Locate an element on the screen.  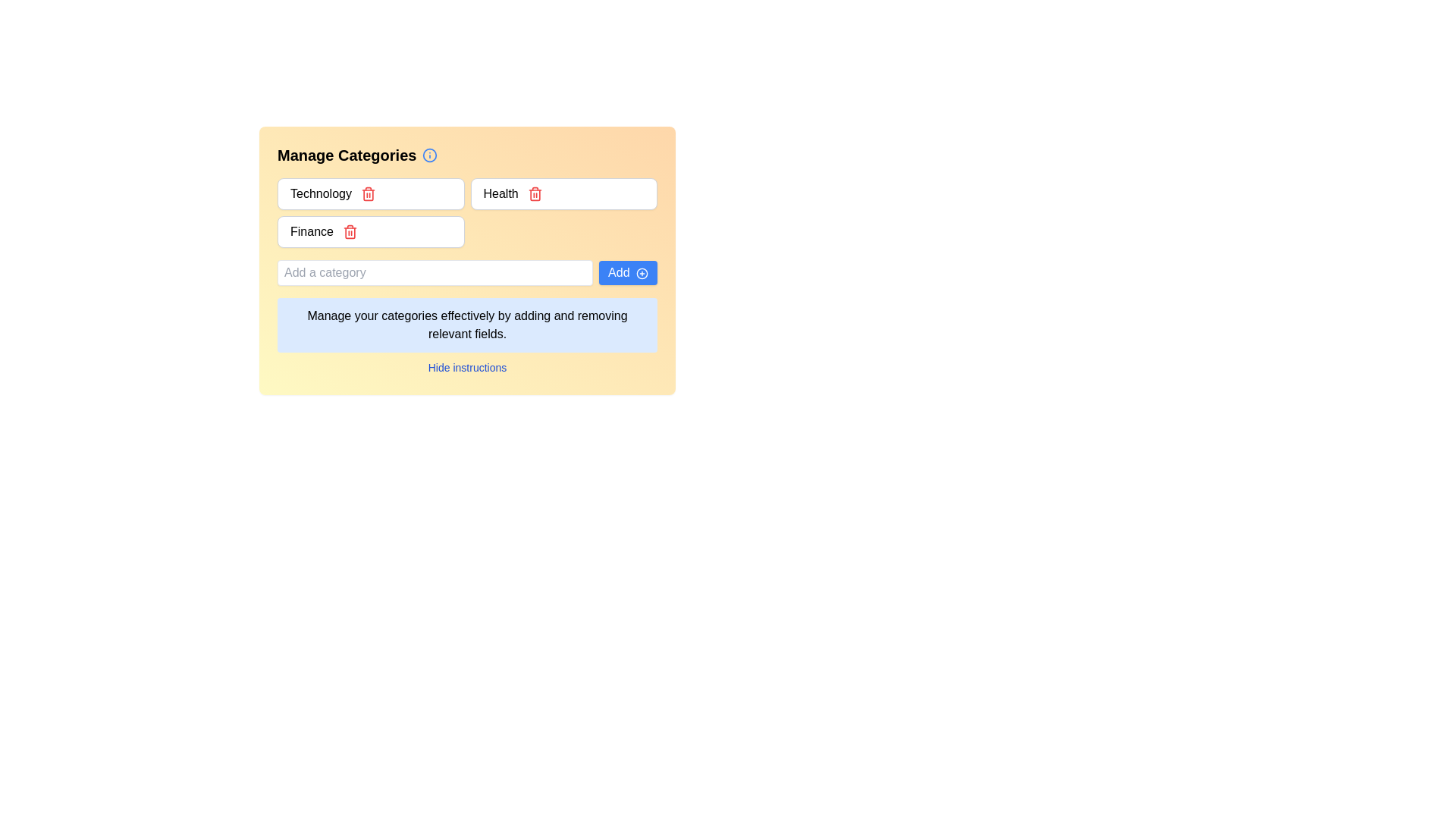
the icon located to the right of the 'Add' button in the lower section of the form interface is located at coordinates (642, 271).